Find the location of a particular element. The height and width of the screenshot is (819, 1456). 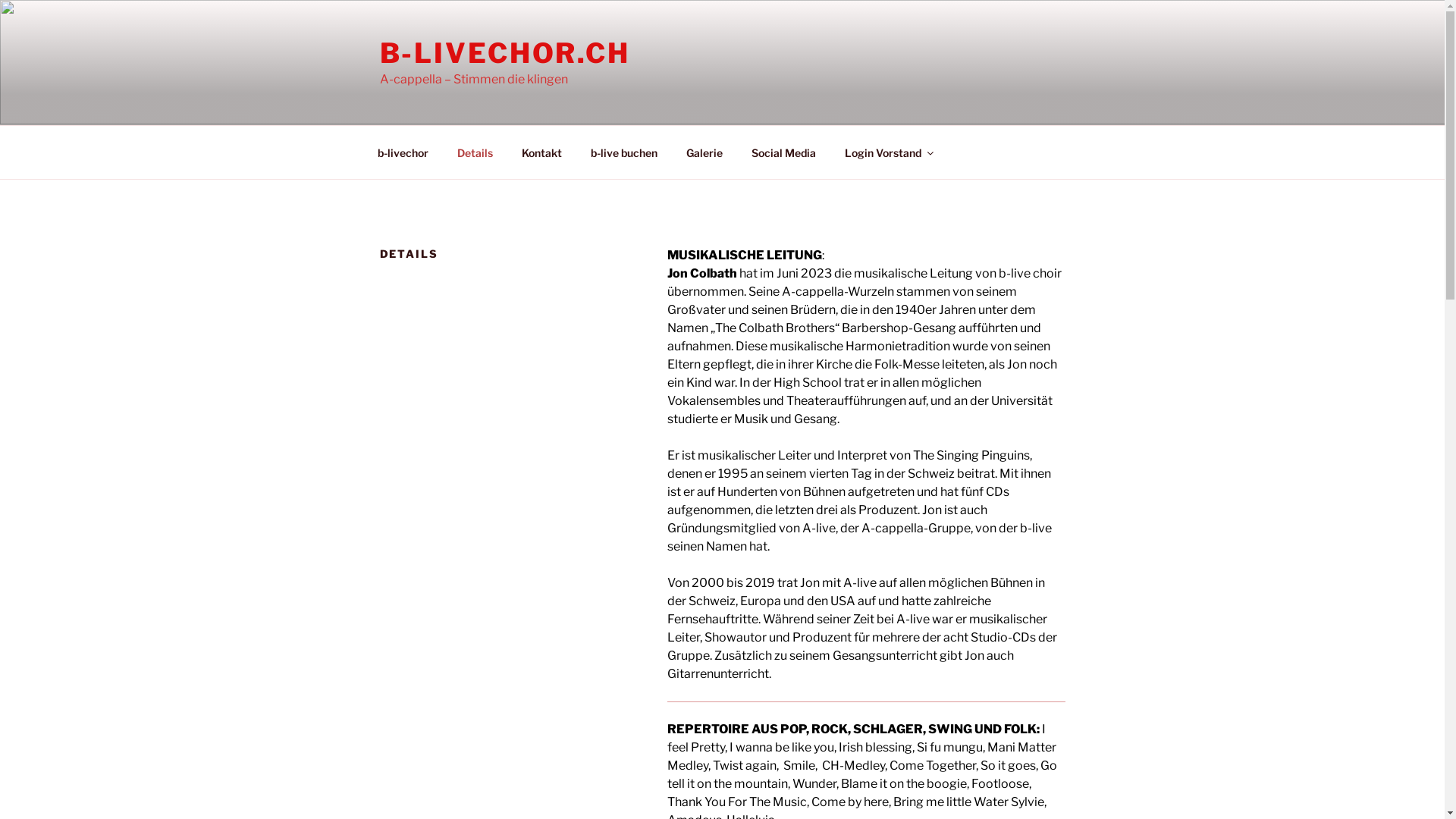

'B-LIVECHOR.CH' is located at coordinates (504, 52).